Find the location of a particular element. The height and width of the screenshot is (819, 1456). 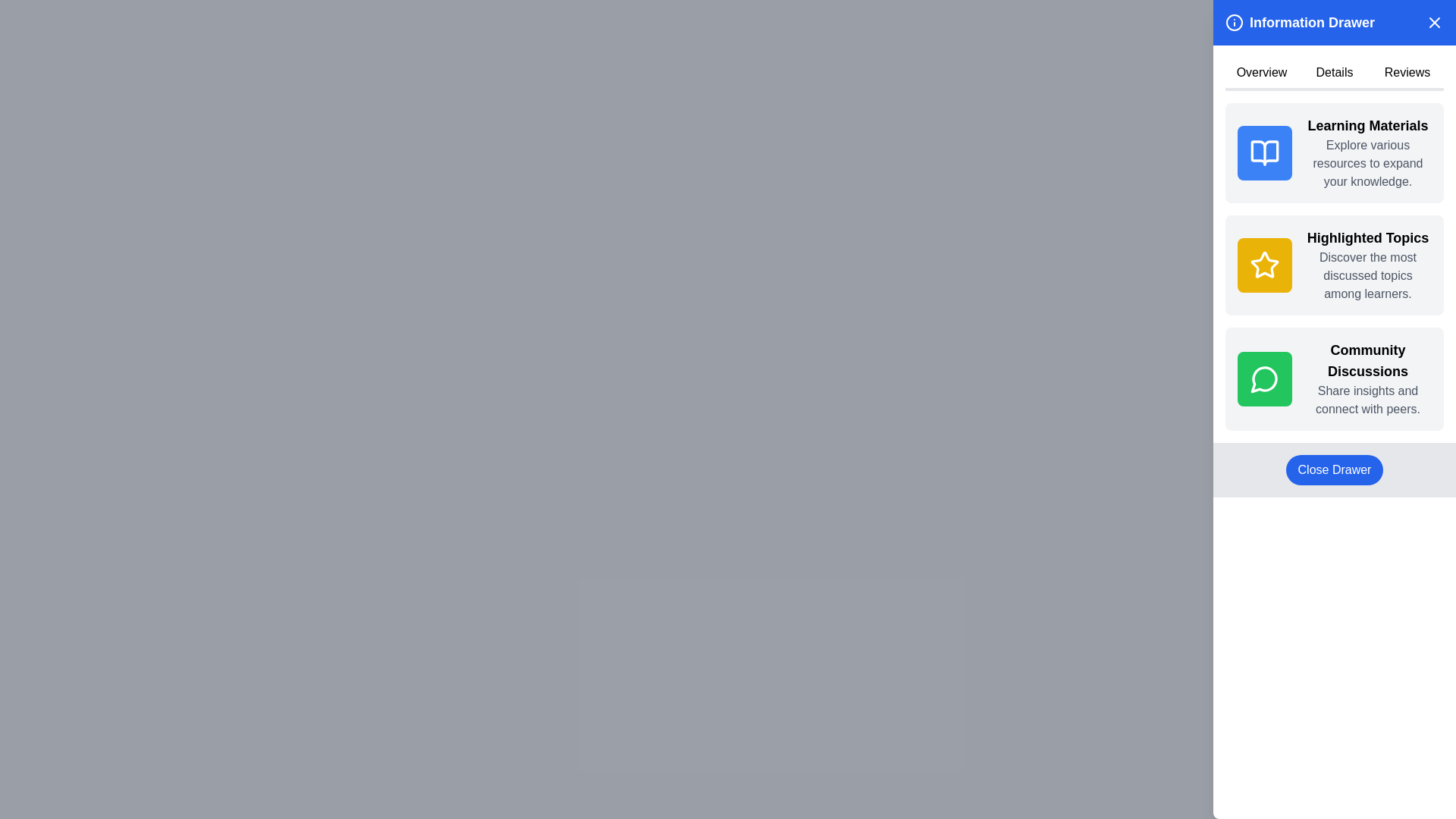

the 'Learning Materials' button located at the top of the 'Information Drawer' sidebar is located at coordinates (1265, 152).